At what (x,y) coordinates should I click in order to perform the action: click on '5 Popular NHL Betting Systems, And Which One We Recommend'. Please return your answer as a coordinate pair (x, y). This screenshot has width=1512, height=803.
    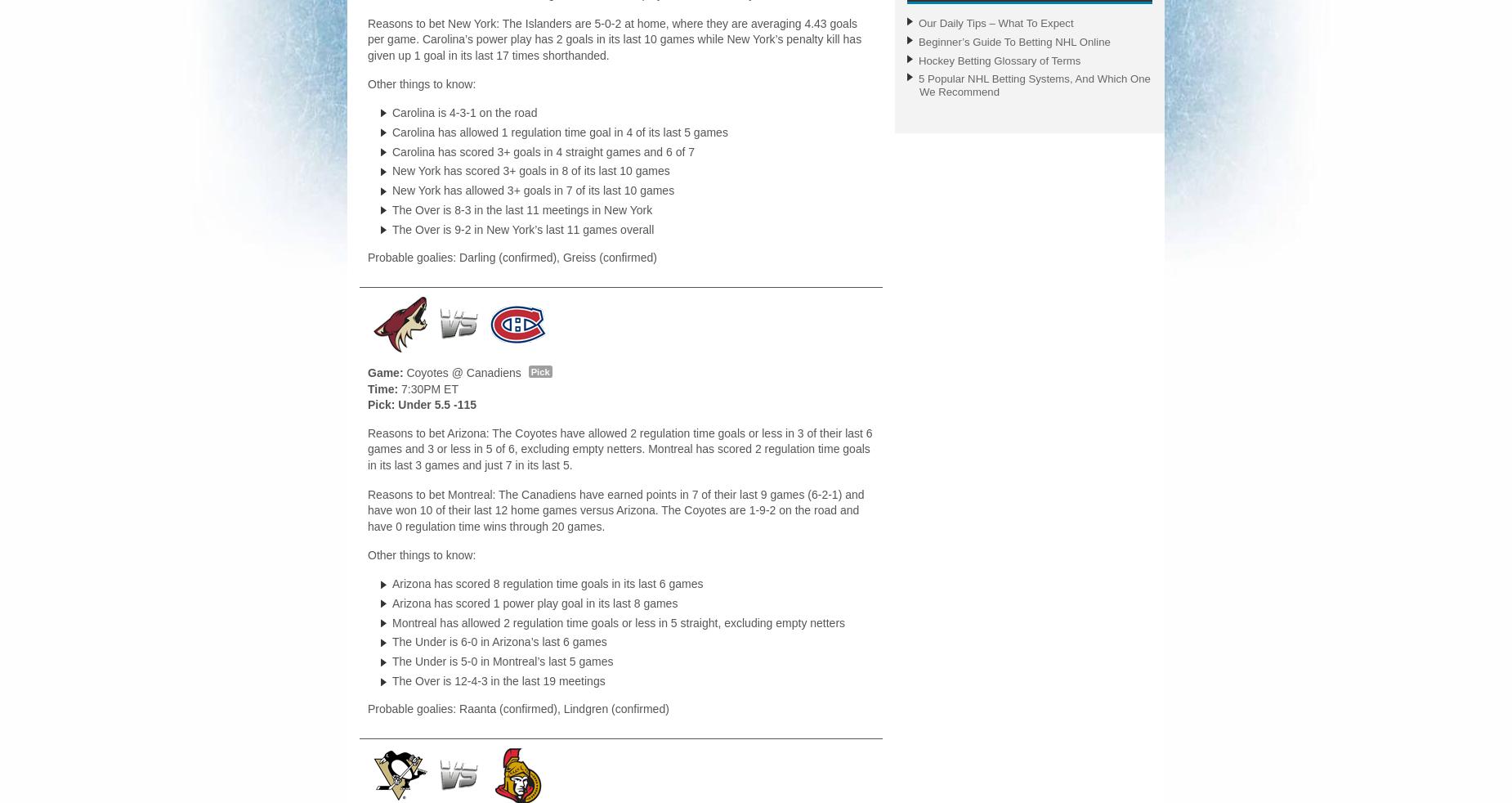
    Looking at the image, I should click on (1033, 84).